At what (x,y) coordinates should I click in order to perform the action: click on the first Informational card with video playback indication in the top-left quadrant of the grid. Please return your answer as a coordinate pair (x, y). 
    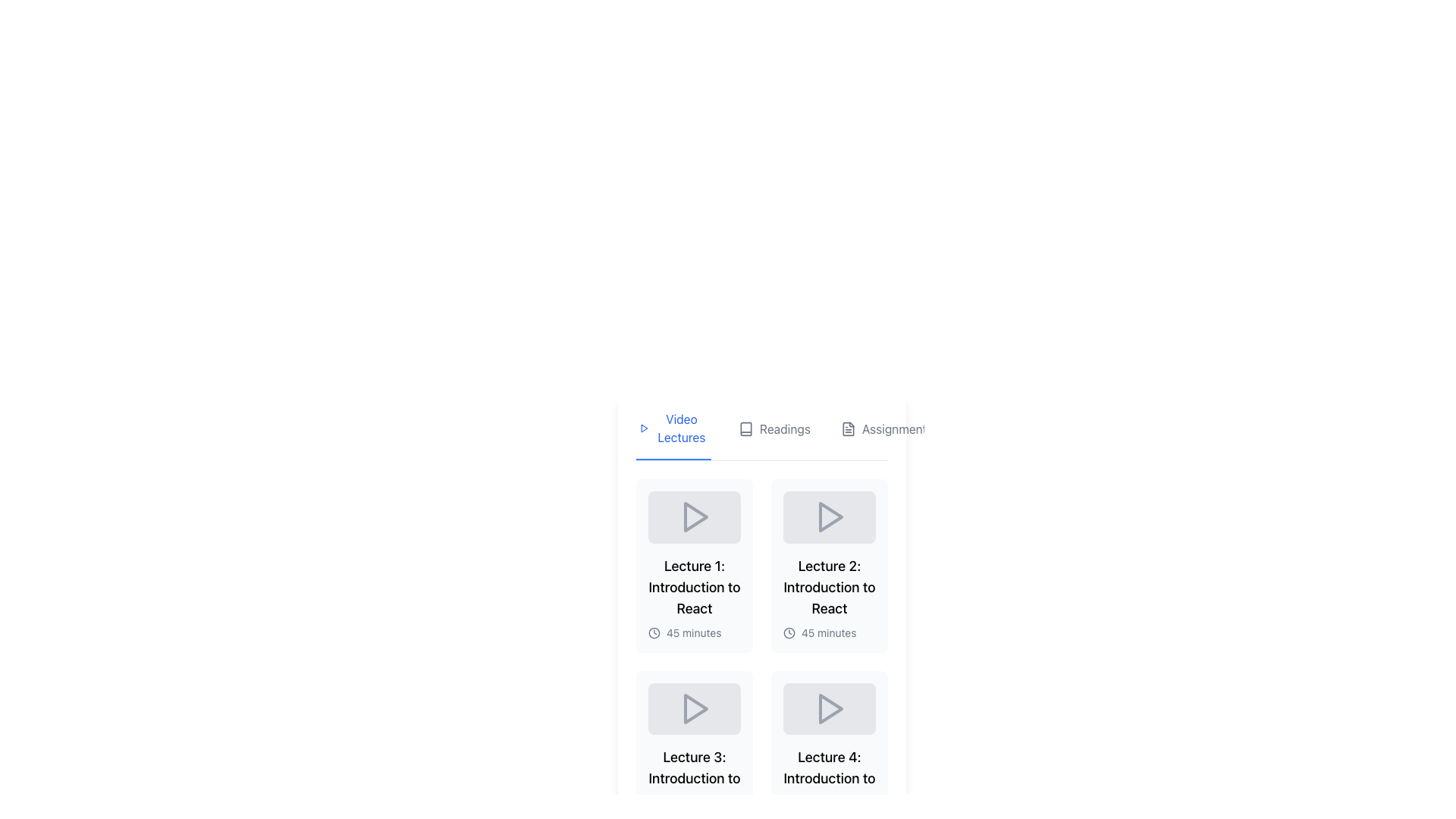
    Looking at the image, I should click on (694, 565).